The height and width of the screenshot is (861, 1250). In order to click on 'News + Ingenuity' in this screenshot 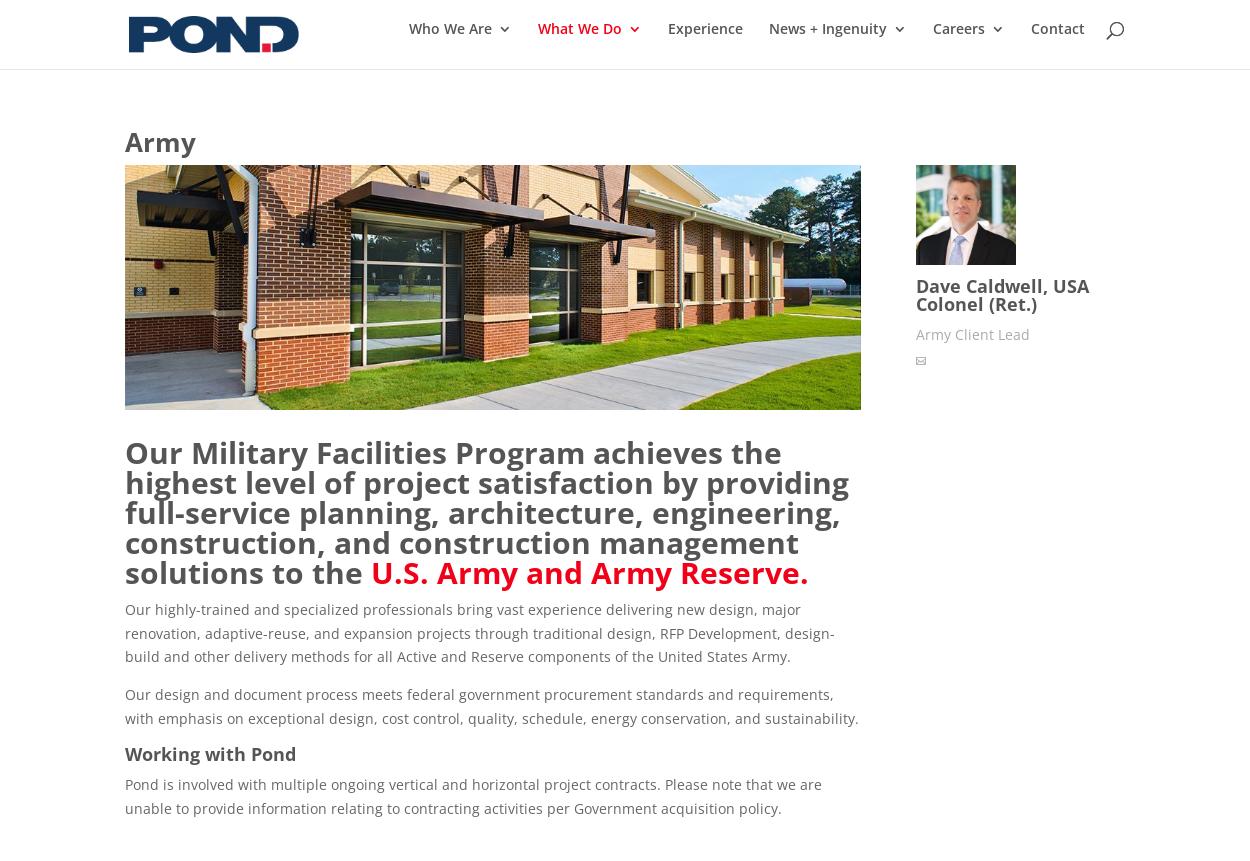, I will do `click(827, 39)`.